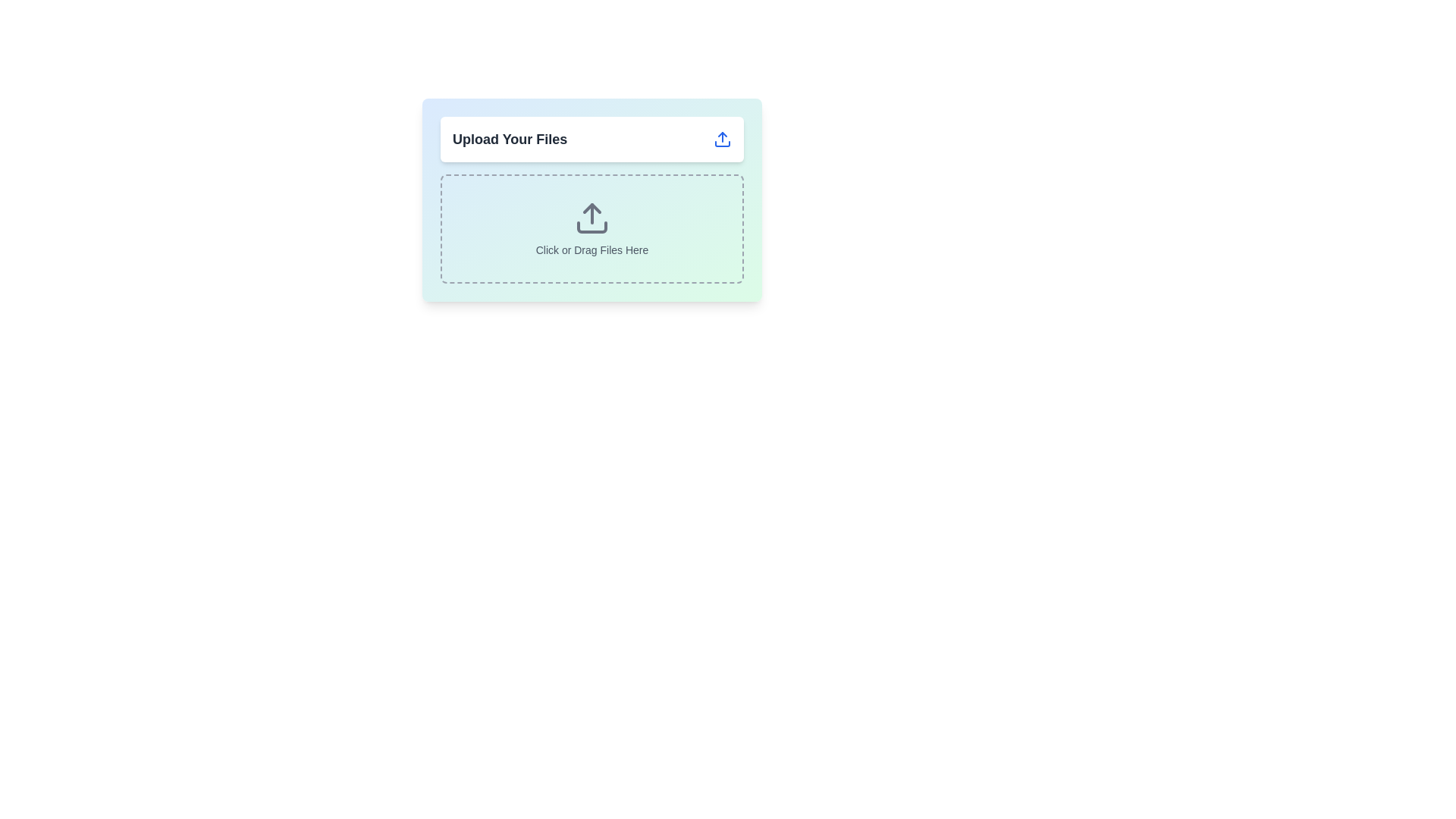 This screenshot has width=1456, height=819. What do you see at coordinates (510, 140) in the screenshot?
I see `text displayed in the bold, large font saying 'Upload Your Files', which is prominently positioned in the upper left corner of the interface` at bounding box center [510, 140].